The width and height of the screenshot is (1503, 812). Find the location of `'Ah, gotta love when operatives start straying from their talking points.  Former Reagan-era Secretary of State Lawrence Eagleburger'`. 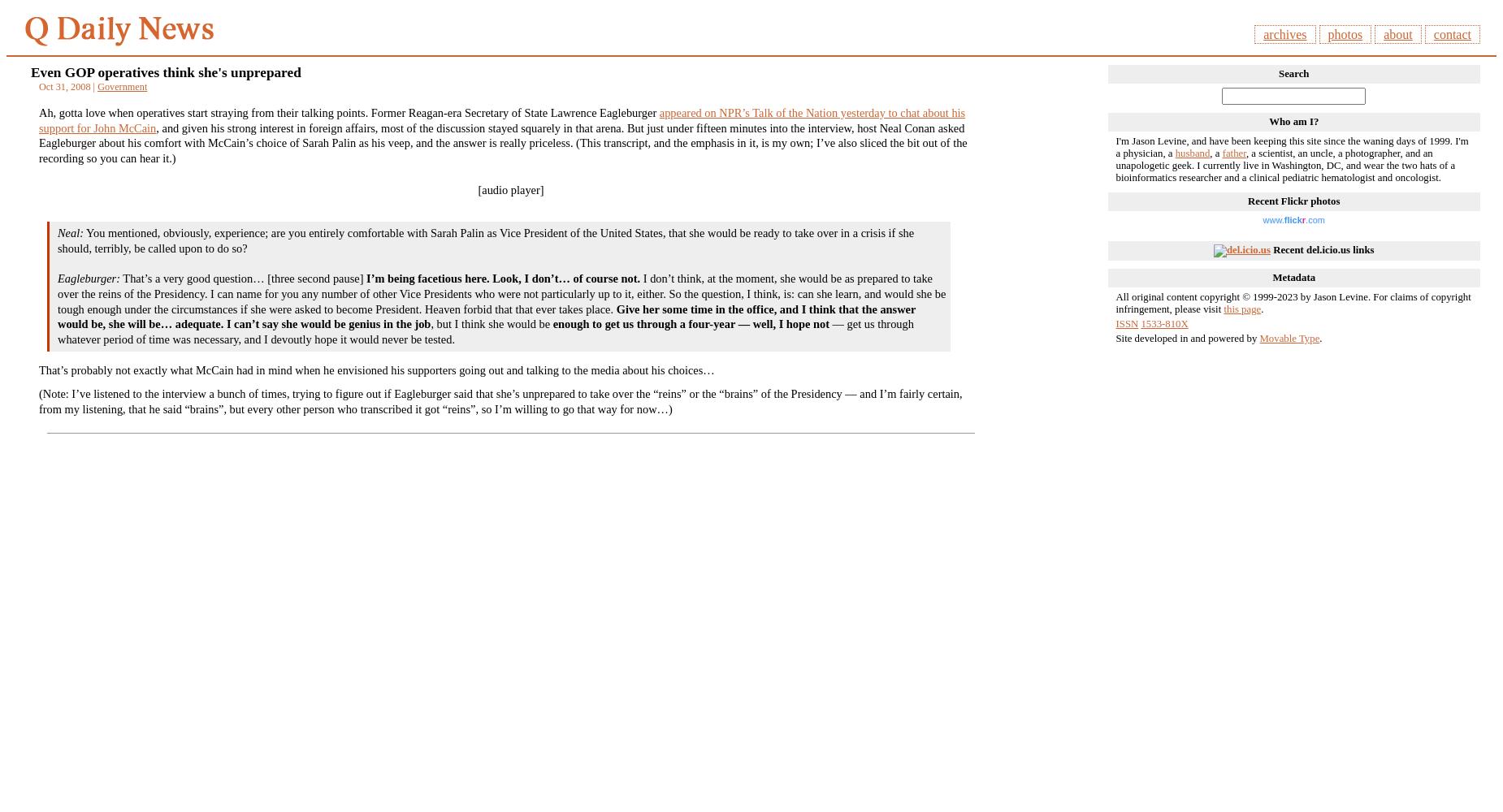

'Ah, gotta love when operatives start straying from their talking points.  Former Reagan-era Secretary of State Lawrence Eagleburger' is located at coordinates (348, 113).